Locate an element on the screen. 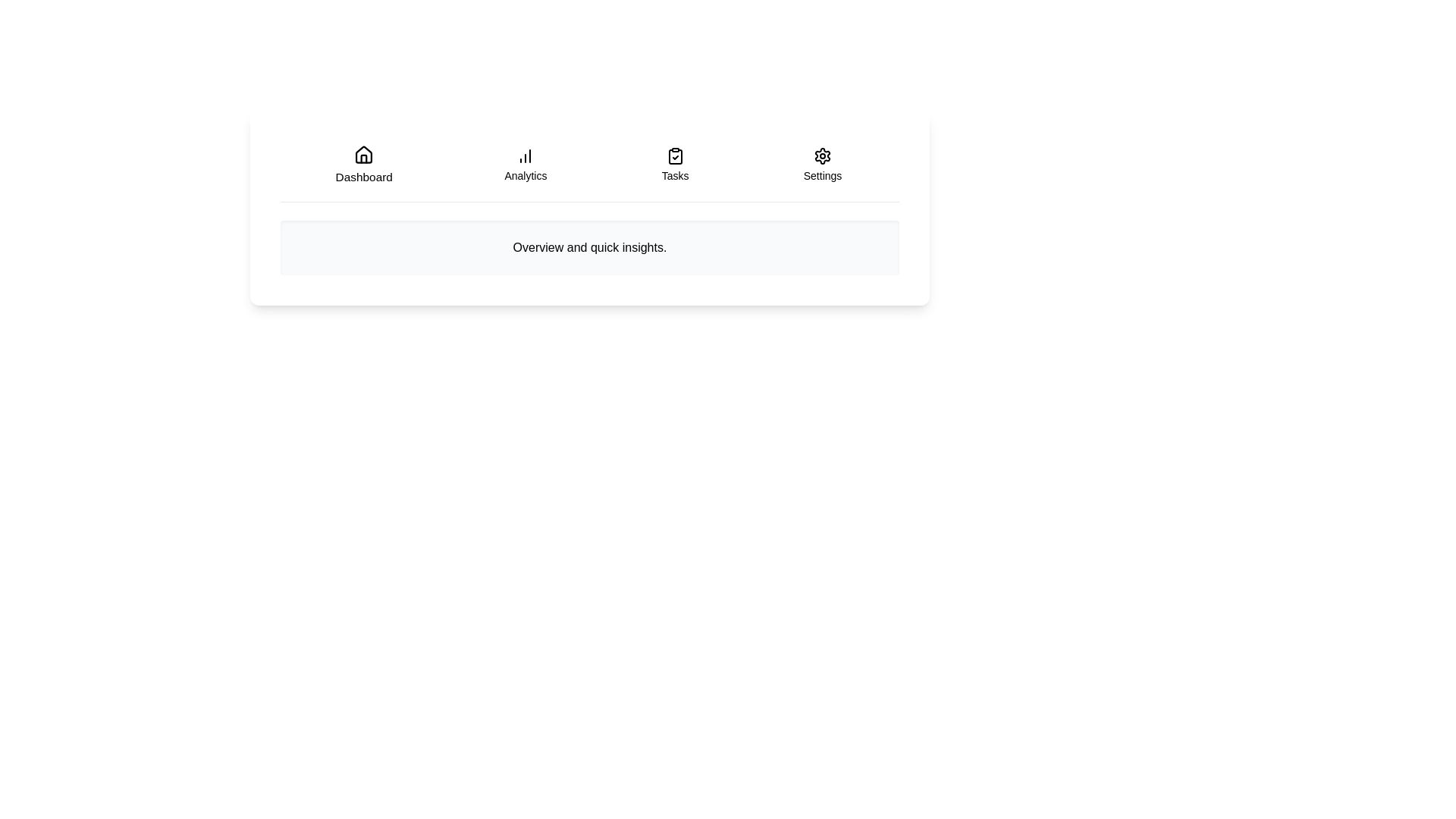 The height and width of the screenshot is (819, 1456). the text element labeled 'Analytics', which is styled in a compact, sans-serif font and positioned below the bar chart icon in the navigation section is located at coordinates (526, 174).